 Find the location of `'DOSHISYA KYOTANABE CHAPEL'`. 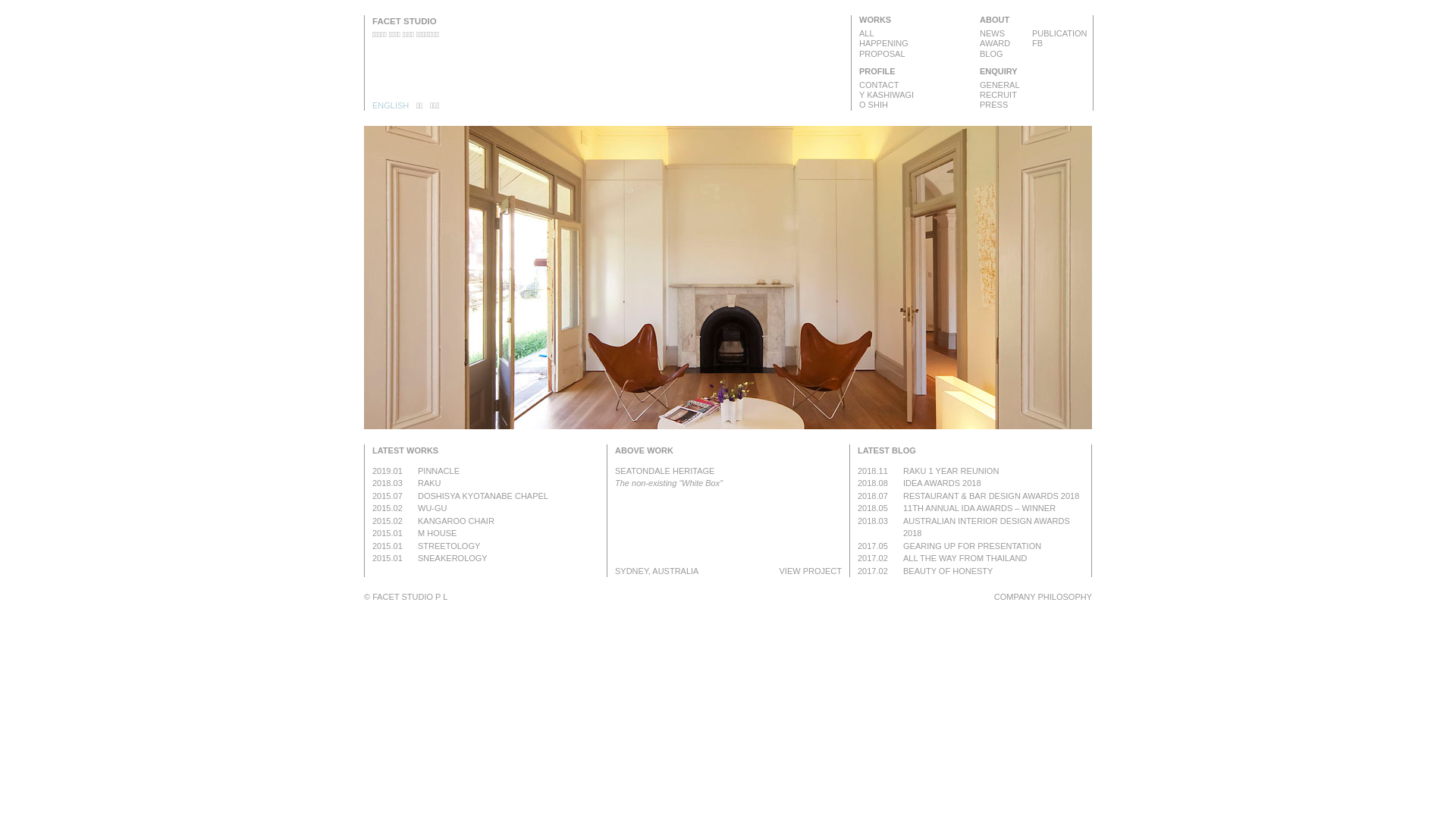

'DOSHISYA KYOTANABE CHAPEL' is located at coordinates (508, 496).